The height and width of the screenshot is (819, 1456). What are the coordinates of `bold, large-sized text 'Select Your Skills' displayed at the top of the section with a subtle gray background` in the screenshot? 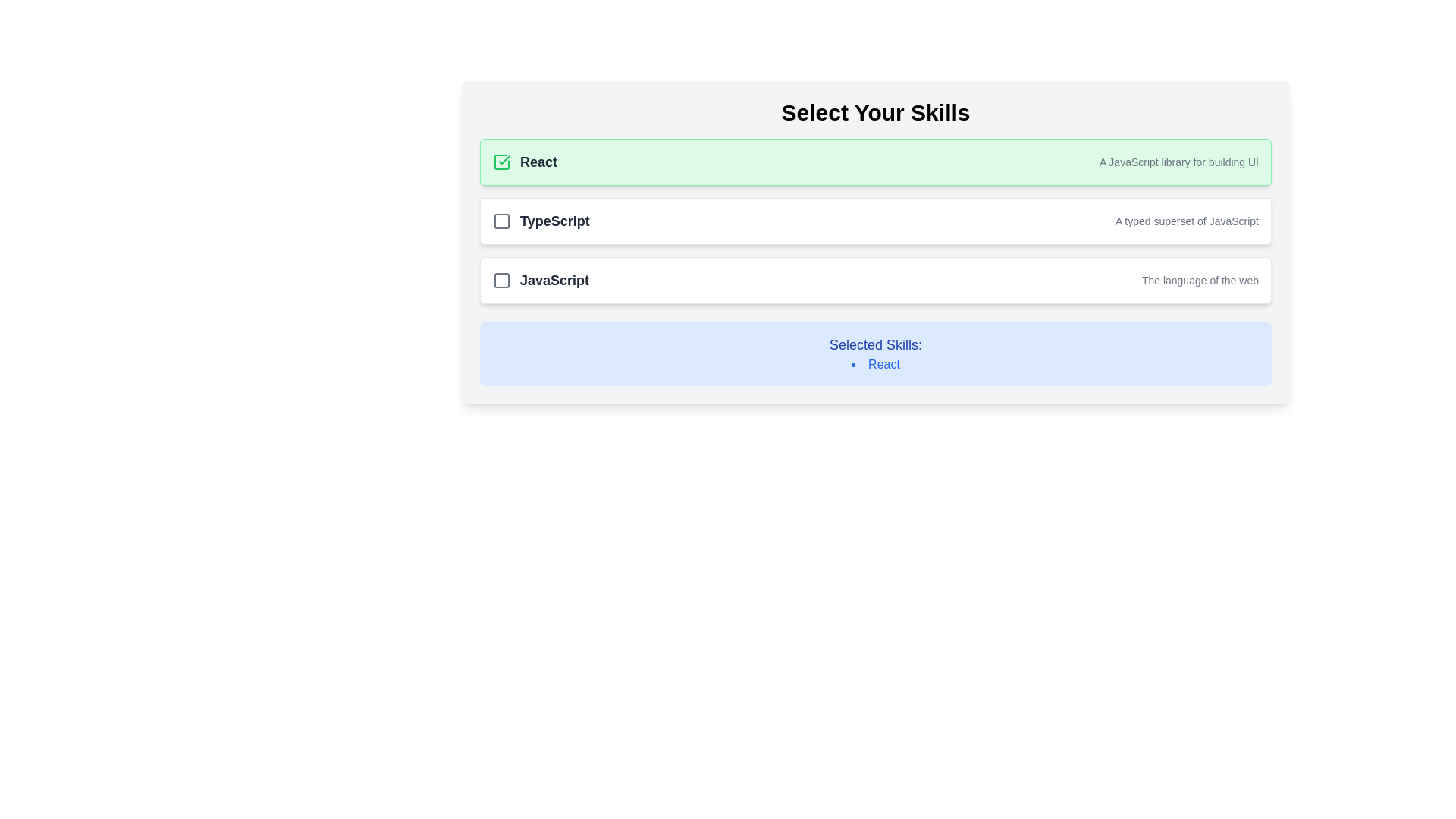 It's located at (876, 112).